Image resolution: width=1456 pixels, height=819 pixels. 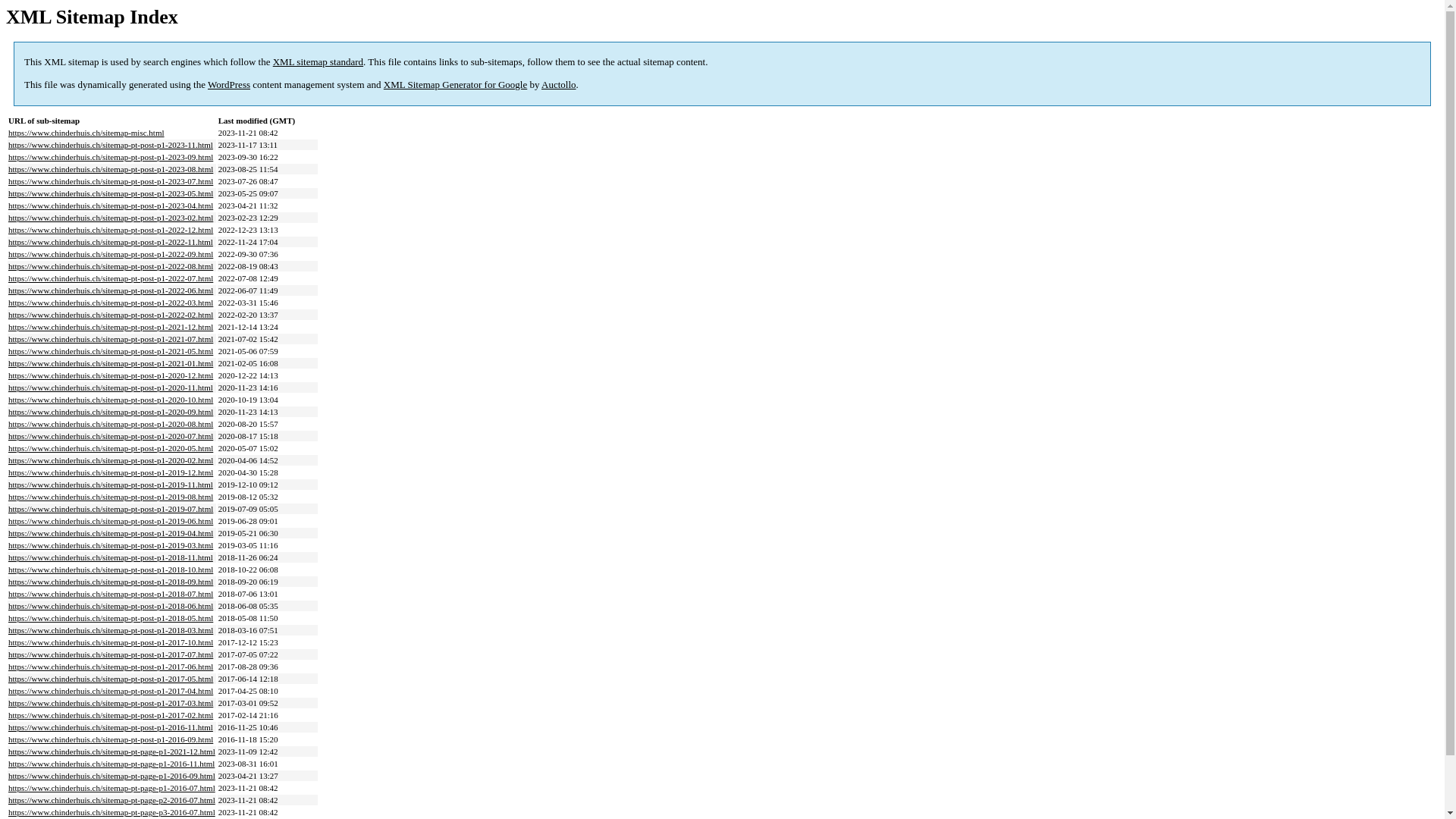 I want to click on 'https://www.chinderhuis.ch/sitemap-pt-post-p1-2022-11.html', so click(x=8, y=241).